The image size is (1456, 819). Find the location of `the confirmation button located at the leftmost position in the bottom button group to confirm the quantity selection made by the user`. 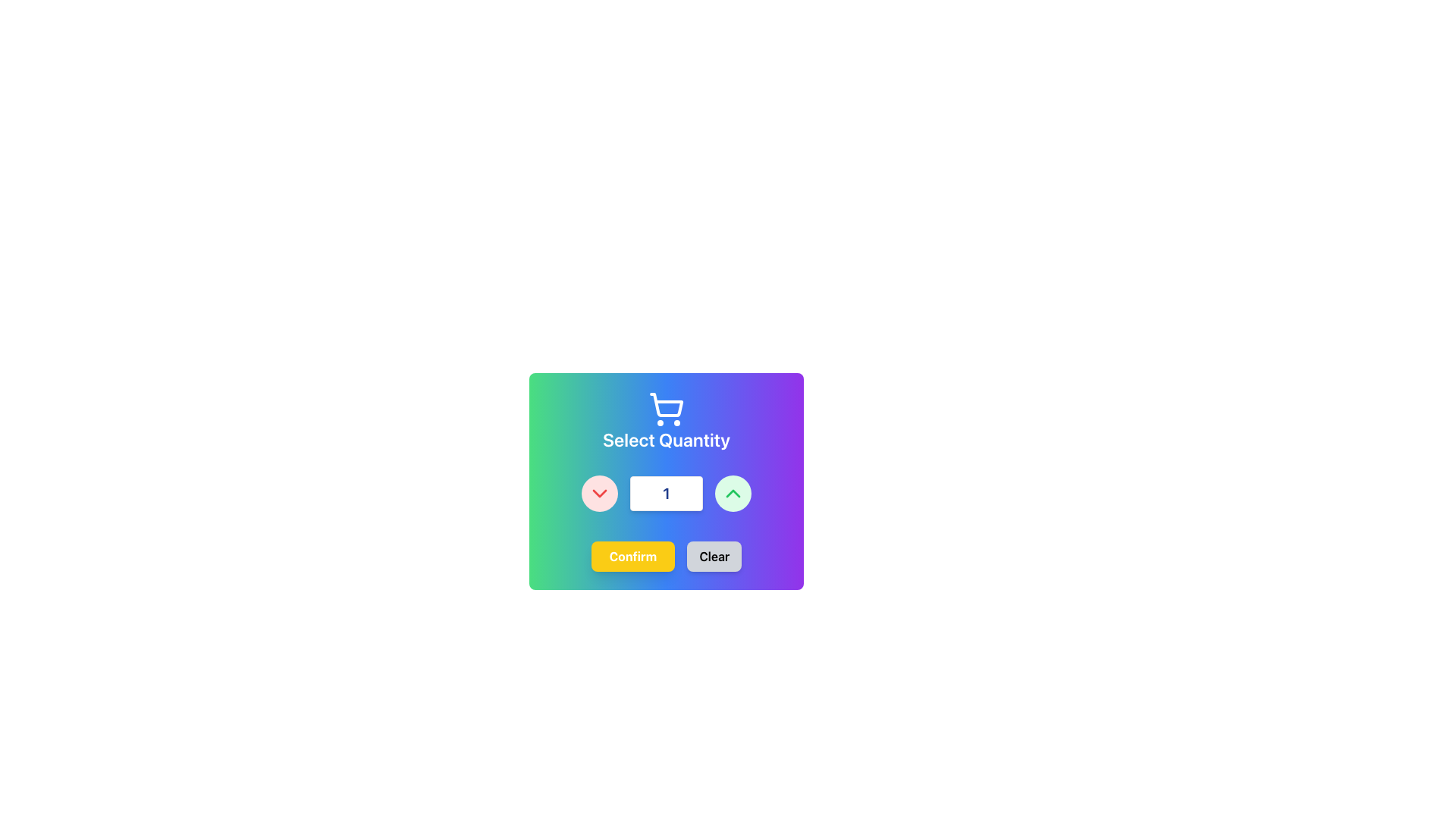

the confirmation button located at the leftmost position in the bottom button group to confirm the quantity selection made by the user is located at coordinates (633, 556).